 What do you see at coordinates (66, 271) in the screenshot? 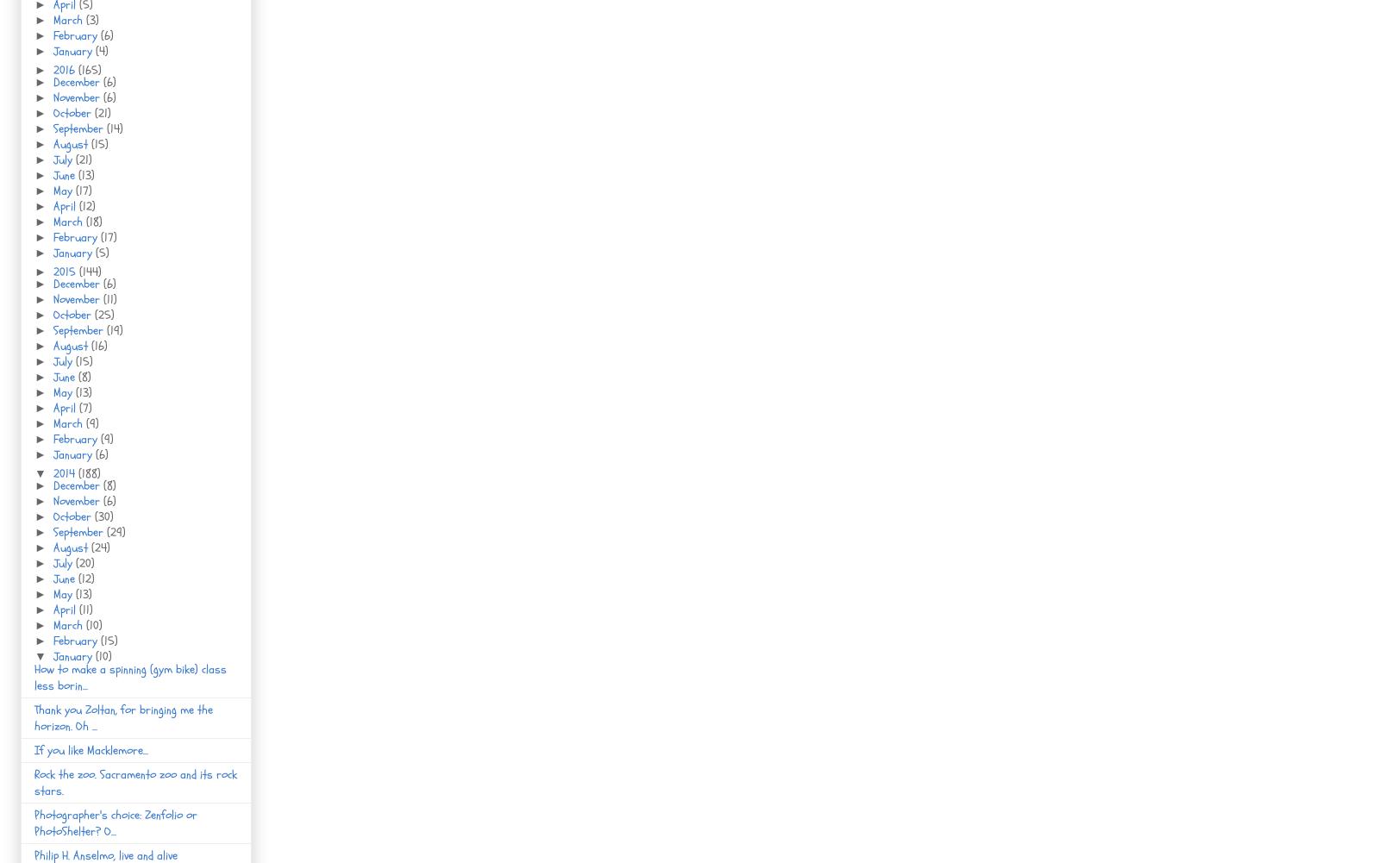
I see `'2015'` at bounding box center [66, 271].